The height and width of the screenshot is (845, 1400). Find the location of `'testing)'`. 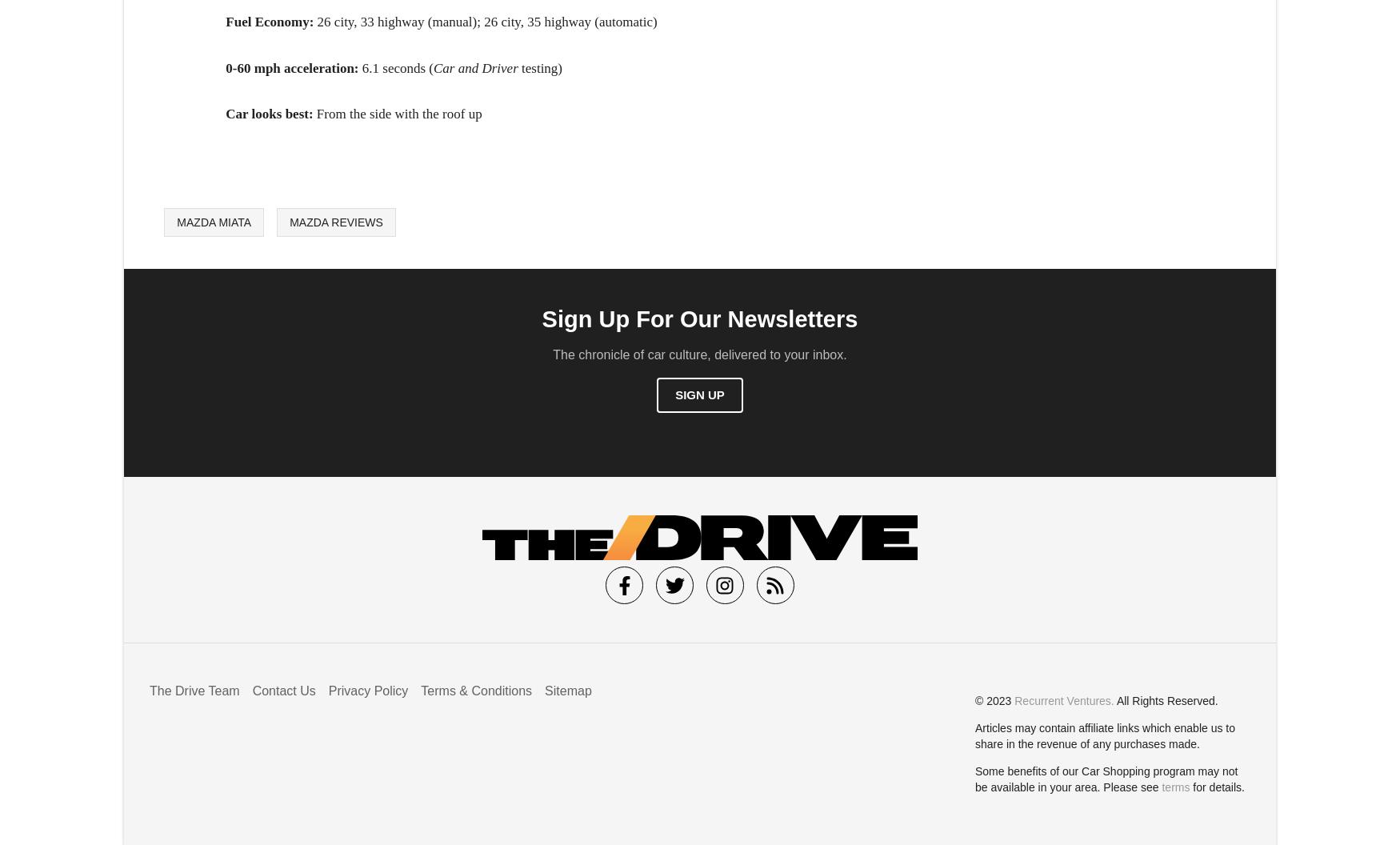

'testing)' is located at coordinates (538, 66).